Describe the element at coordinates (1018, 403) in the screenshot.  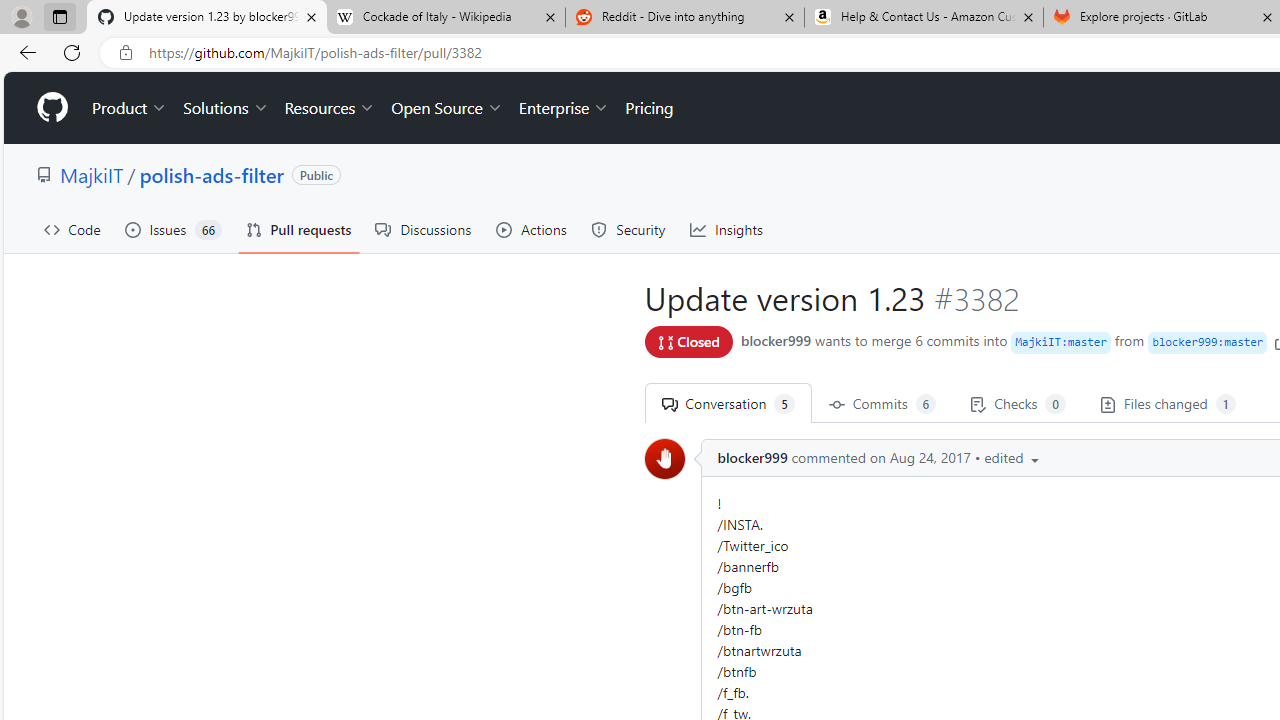
I see `' Checks 0'` at that location.